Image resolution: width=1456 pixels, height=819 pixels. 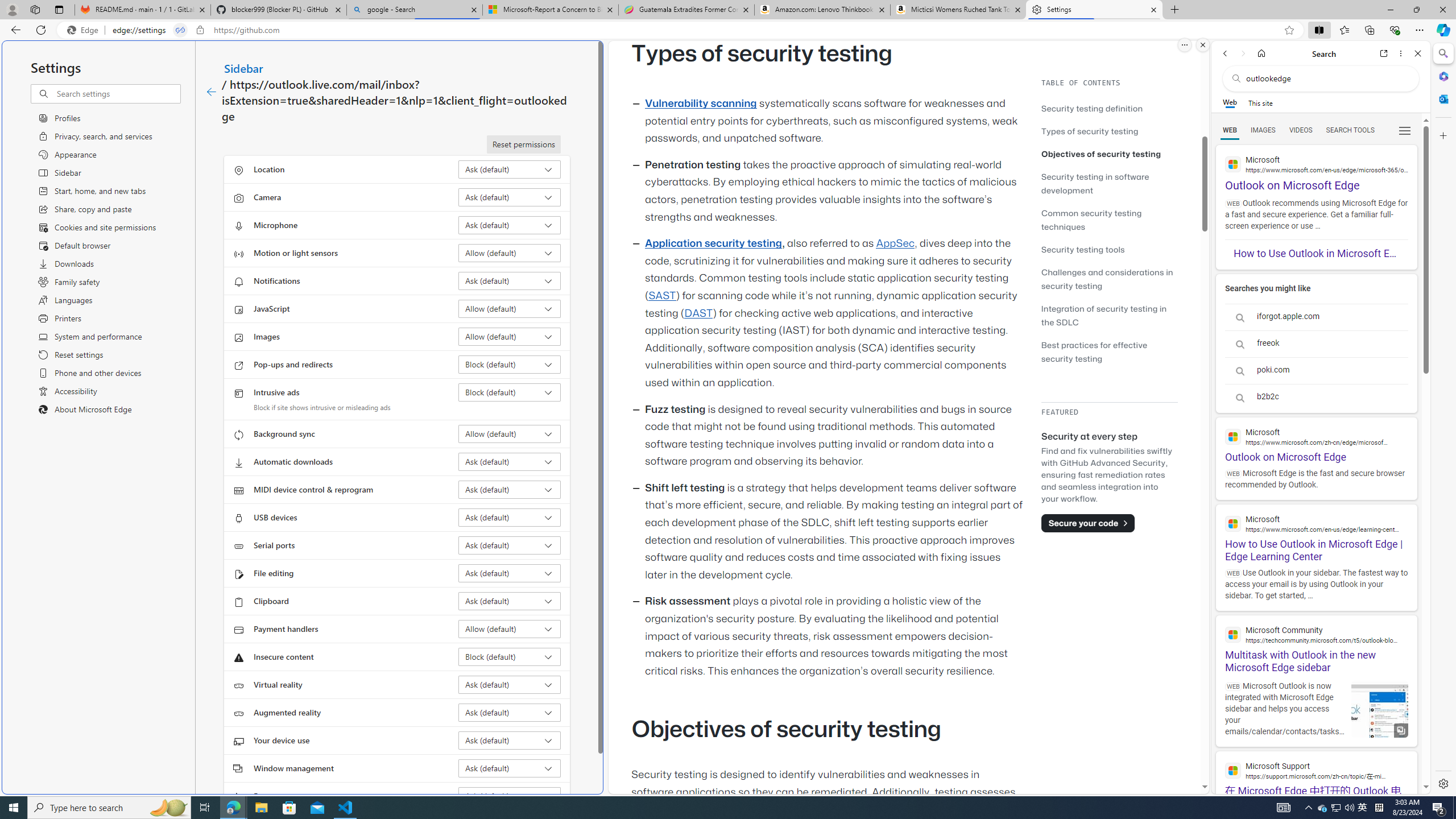 I want to click on 'poki.com', so click(x=1316, y=370).